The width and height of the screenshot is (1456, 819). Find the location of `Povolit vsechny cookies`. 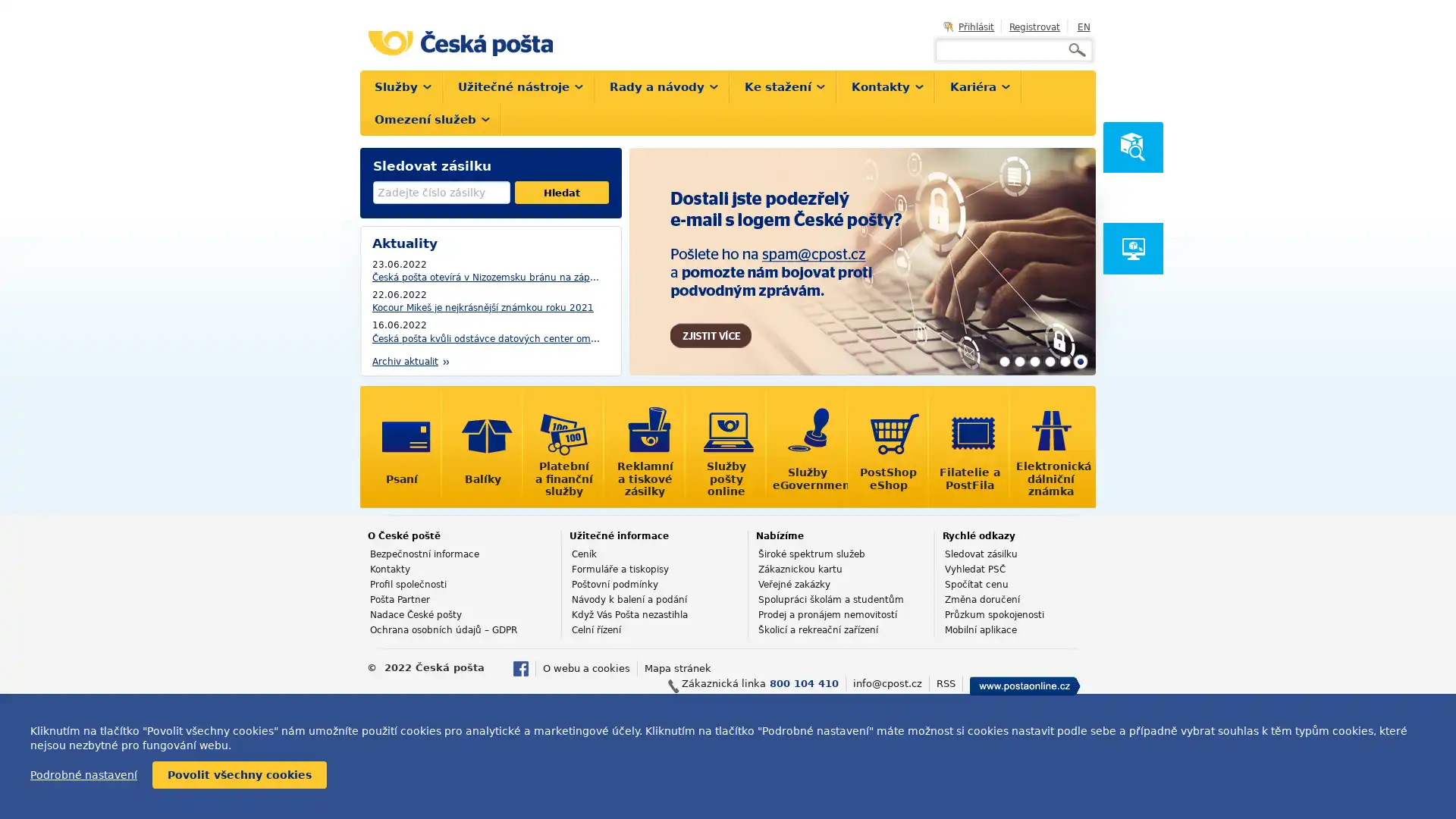

Povolit vsechny cookies is located at coordinates (239, 775).